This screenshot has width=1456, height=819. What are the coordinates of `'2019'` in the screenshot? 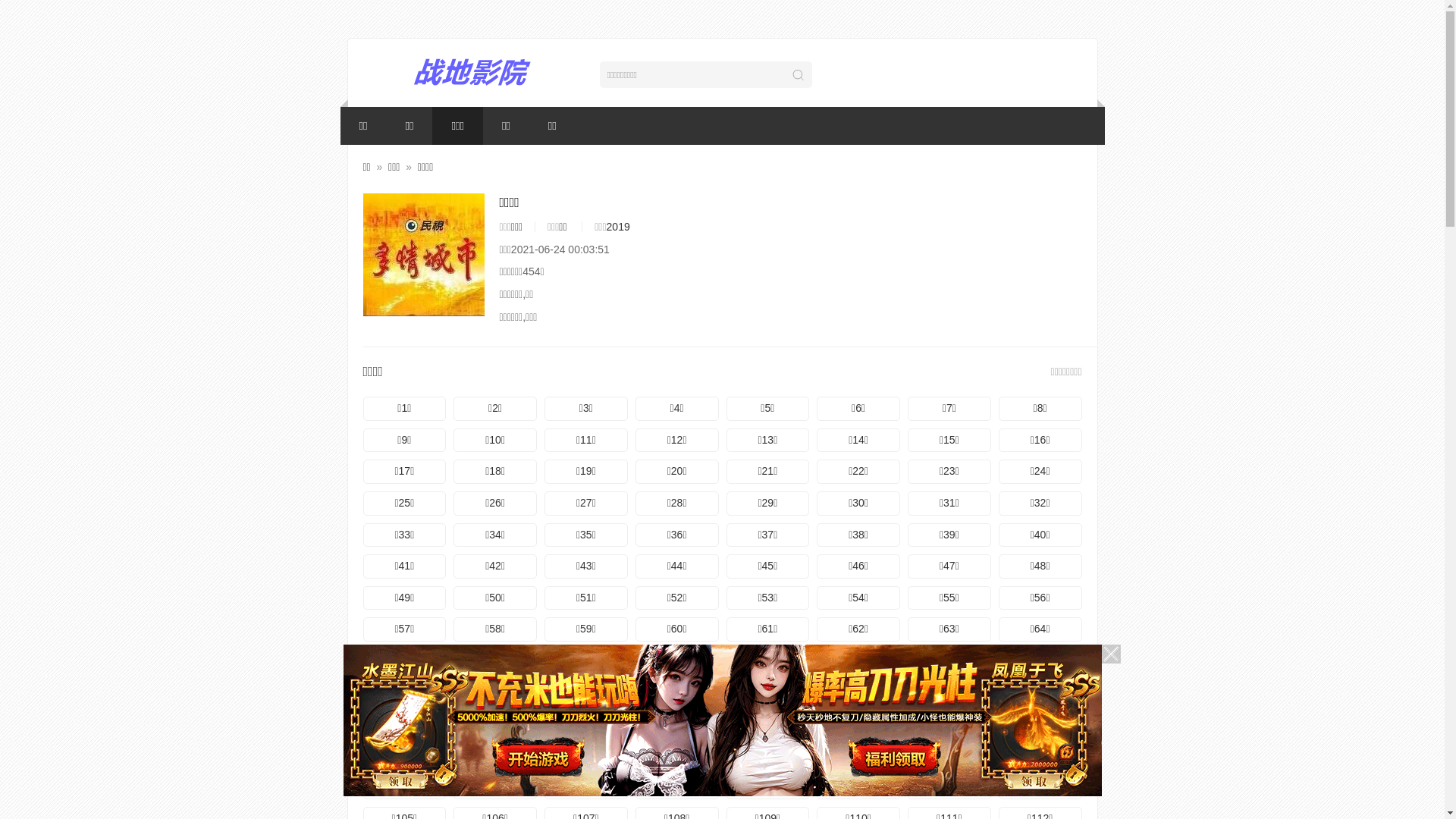 It's located at (618, 227).